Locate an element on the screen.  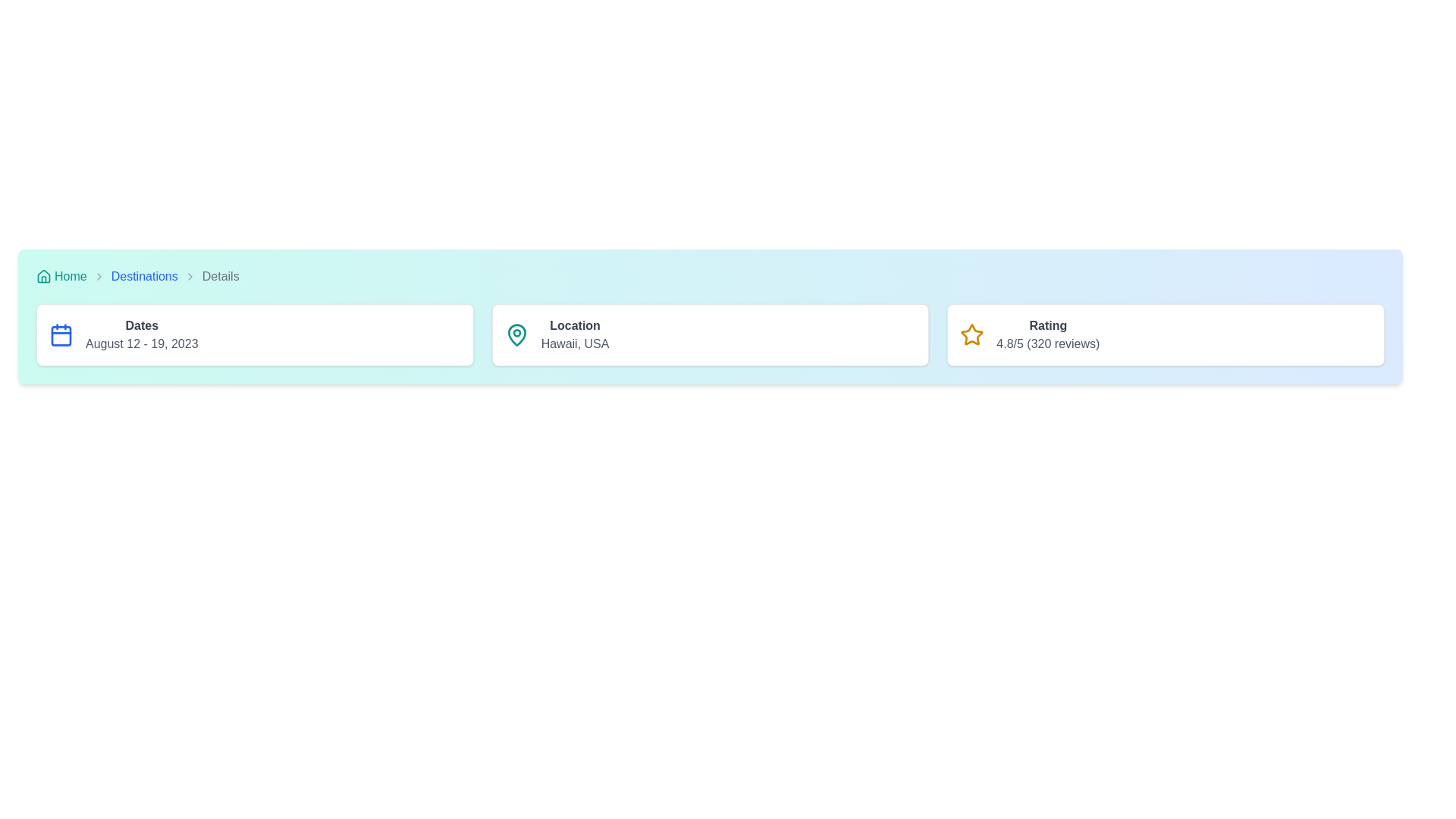
the 'Destinations' text link, which is the second interactive link in the breadcrumb navigation bar is located at coordinates (144, 277).